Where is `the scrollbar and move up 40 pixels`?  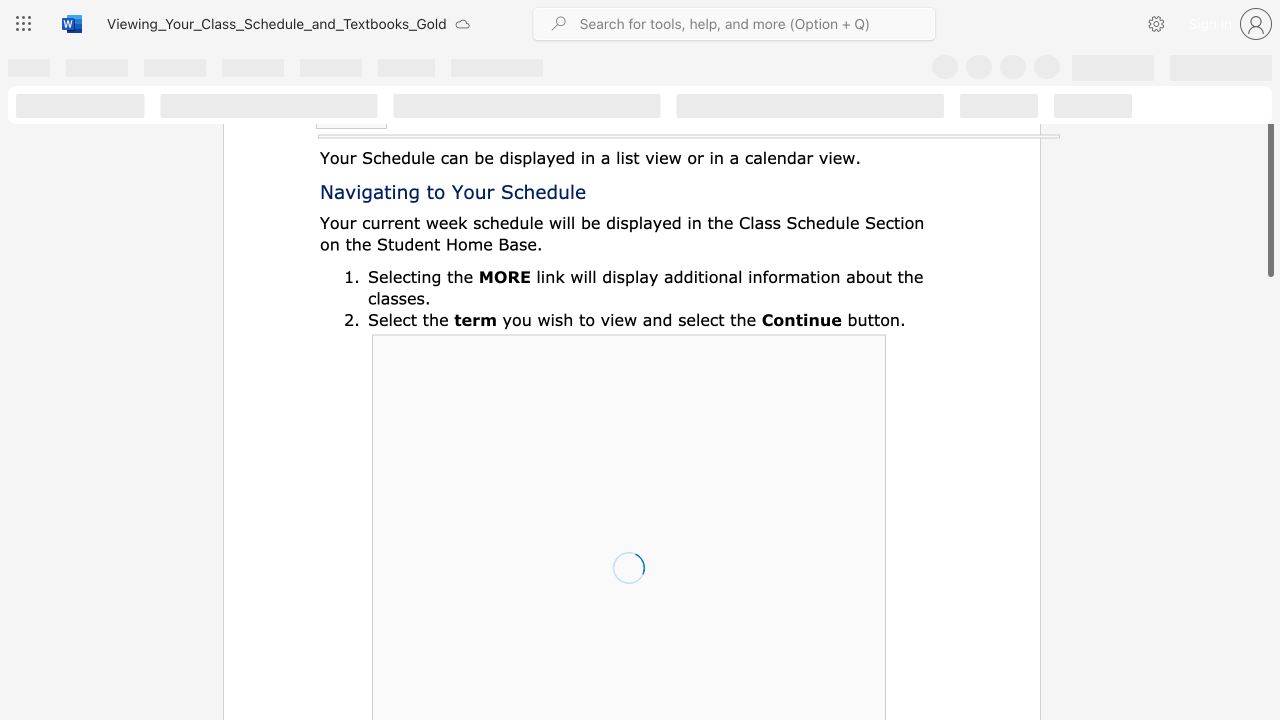 the scrollbar and move up 40 pixels is located at coordinates (1269, 178).